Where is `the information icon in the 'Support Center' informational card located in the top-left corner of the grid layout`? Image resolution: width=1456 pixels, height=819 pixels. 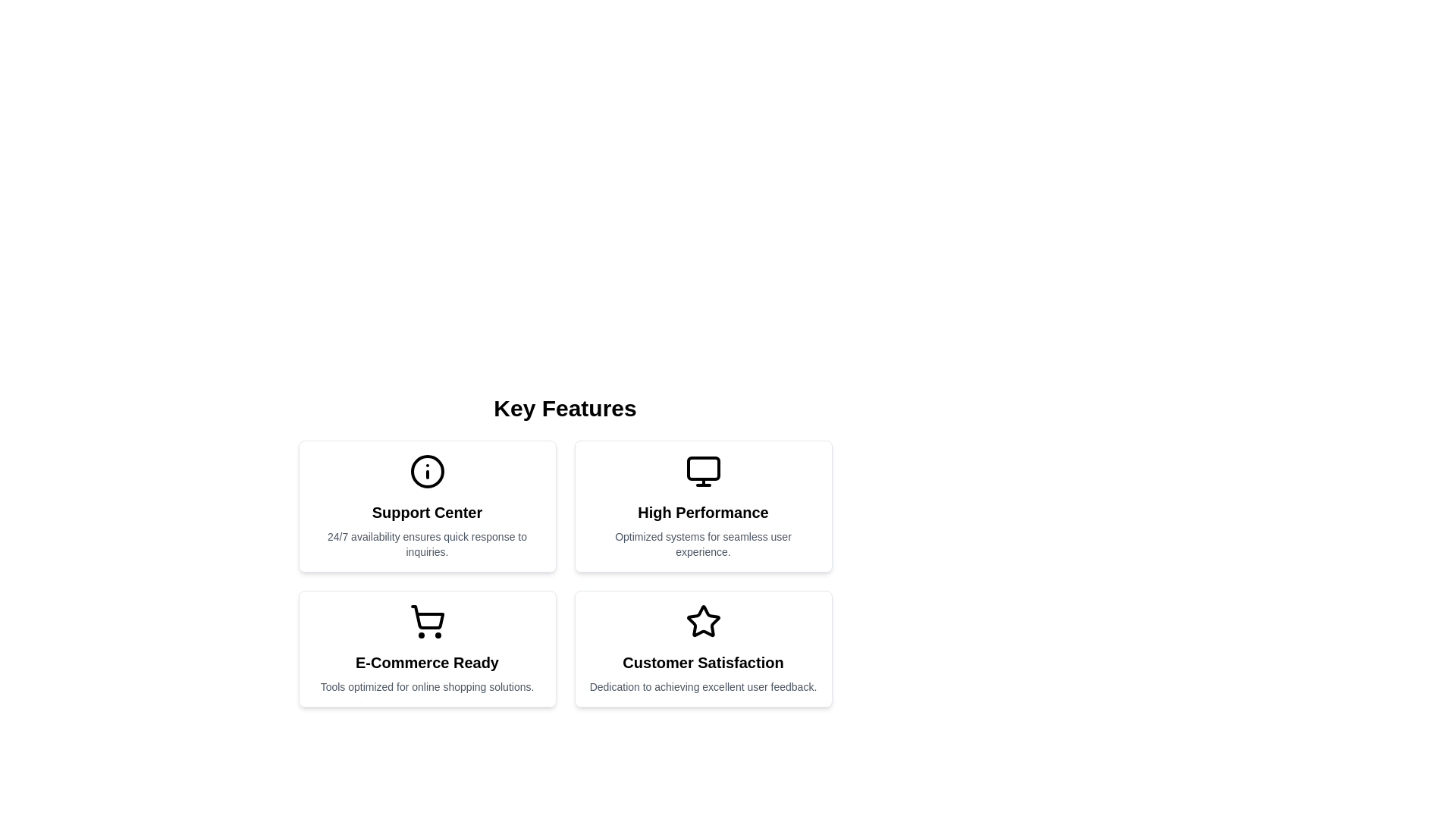
the information icon in the 'Support Center' informational card located in the top-left corner of the grid layout is located at coordinates (426, 506).